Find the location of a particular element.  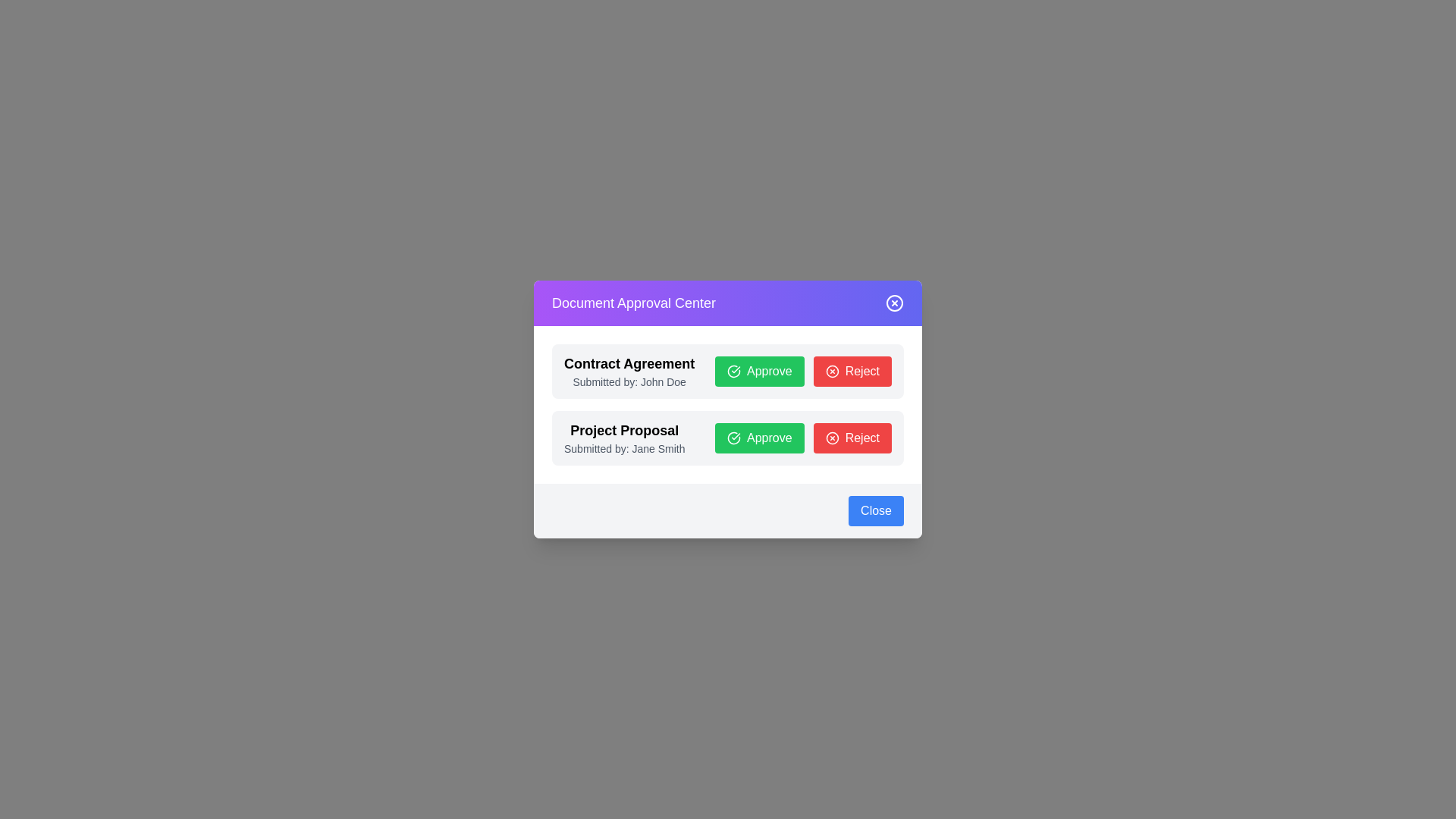

the 'Project Proposal' text label to read its properties is located at coordinates (624, 430).